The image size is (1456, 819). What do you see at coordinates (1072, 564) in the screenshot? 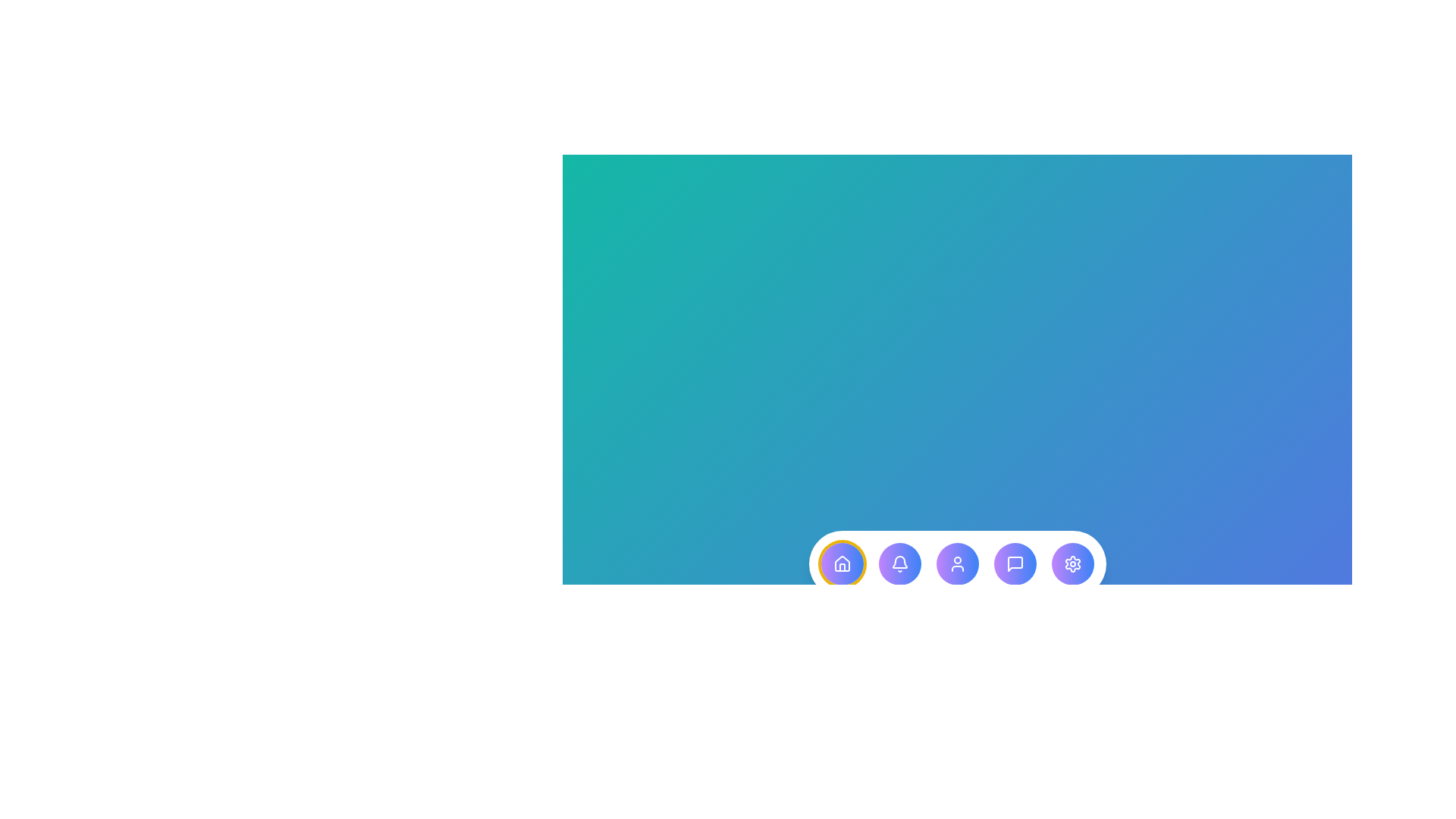
I see `the menu item corresponding to Settings` at bounding box center [1072, 564].